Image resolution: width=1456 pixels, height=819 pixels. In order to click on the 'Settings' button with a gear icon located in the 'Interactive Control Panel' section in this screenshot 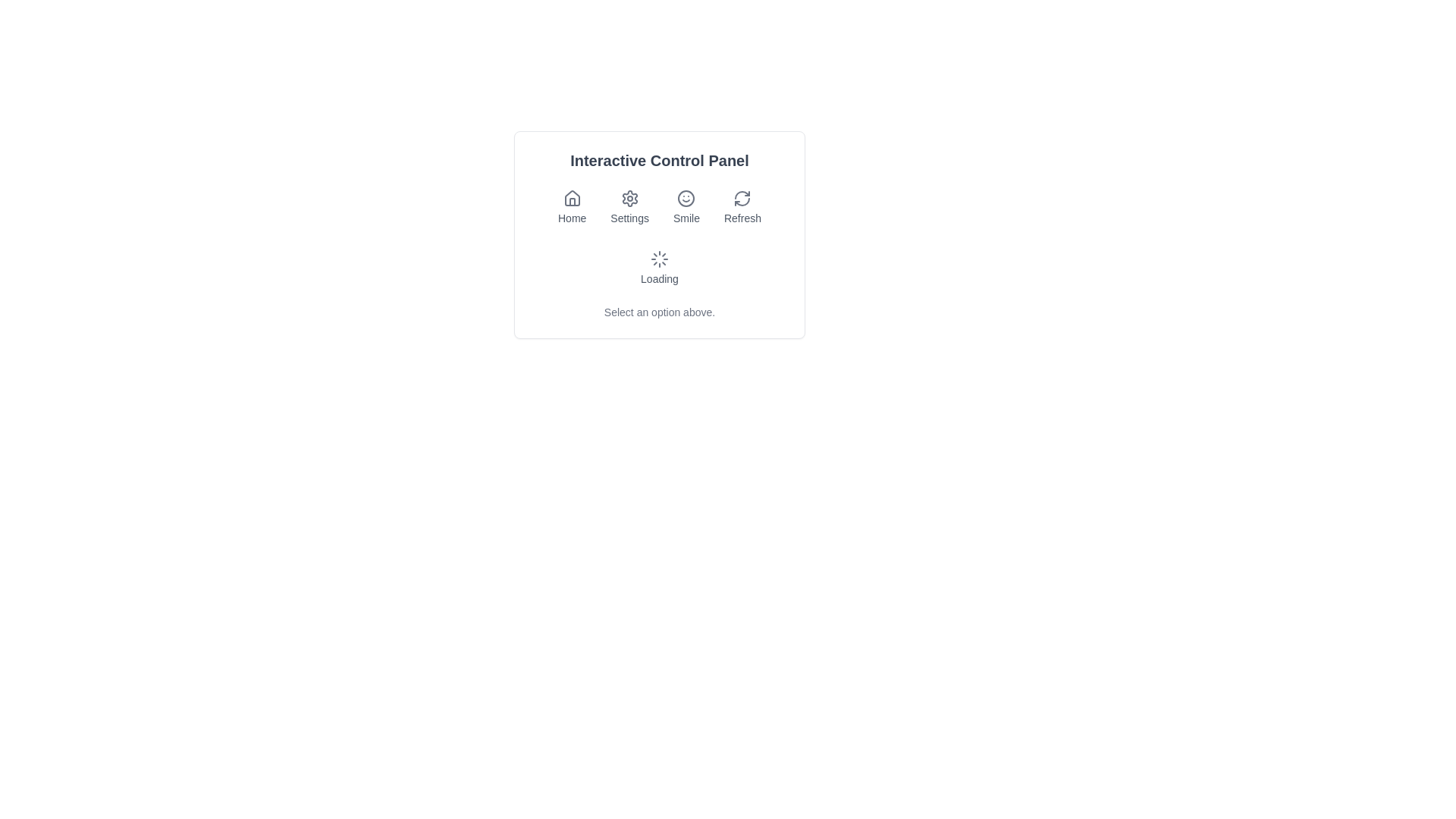, I will do `click(629, 207)`.